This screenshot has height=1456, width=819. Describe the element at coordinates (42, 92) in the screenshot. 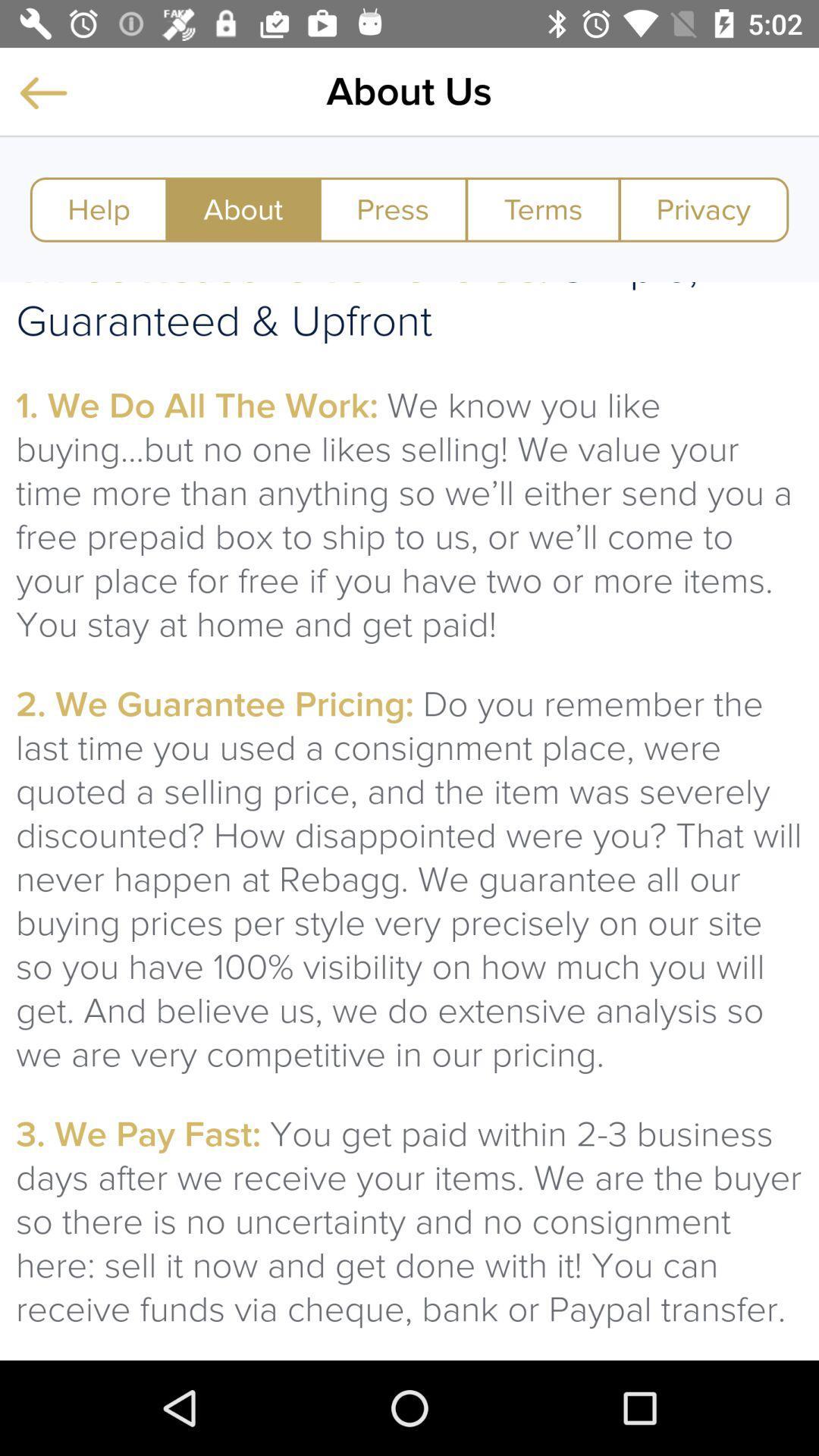

I see `the arrow_backward icon` at that location.